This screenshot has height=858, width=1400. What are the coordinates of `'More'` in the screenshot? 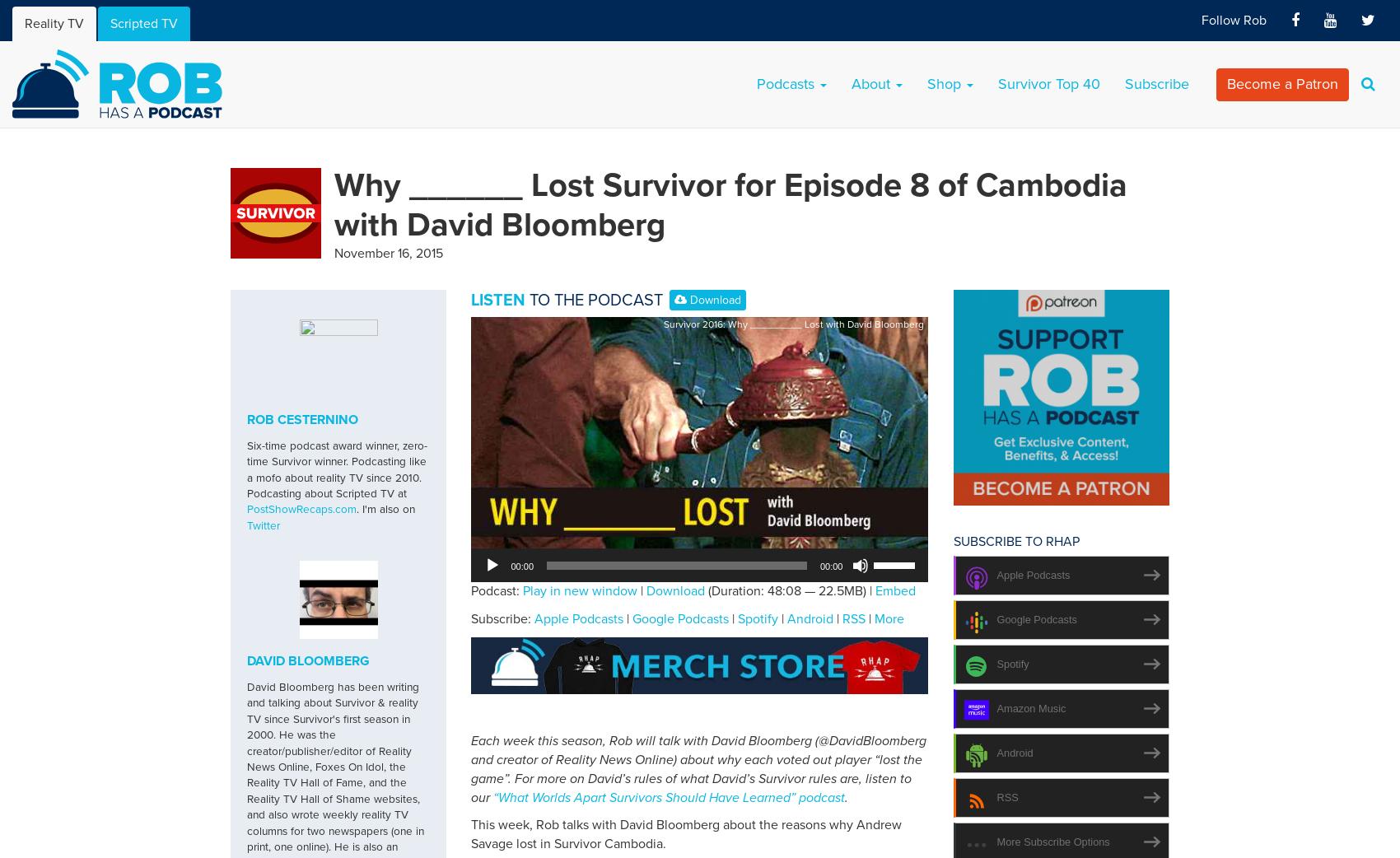 It's located at (889, 617).